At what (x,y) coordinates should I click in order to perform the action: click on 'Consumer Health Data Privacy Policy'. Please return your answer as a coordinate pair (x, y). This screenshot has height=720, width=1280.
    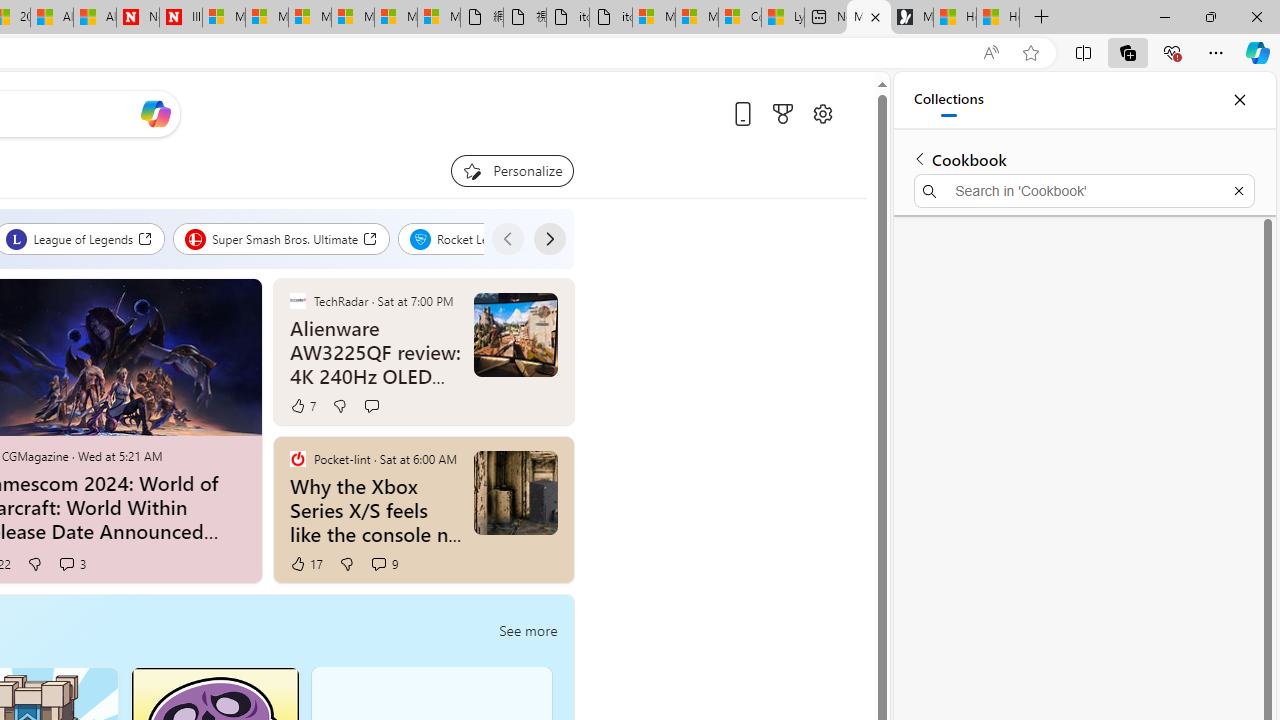
    Looking at the image, I should click on (739, 17).